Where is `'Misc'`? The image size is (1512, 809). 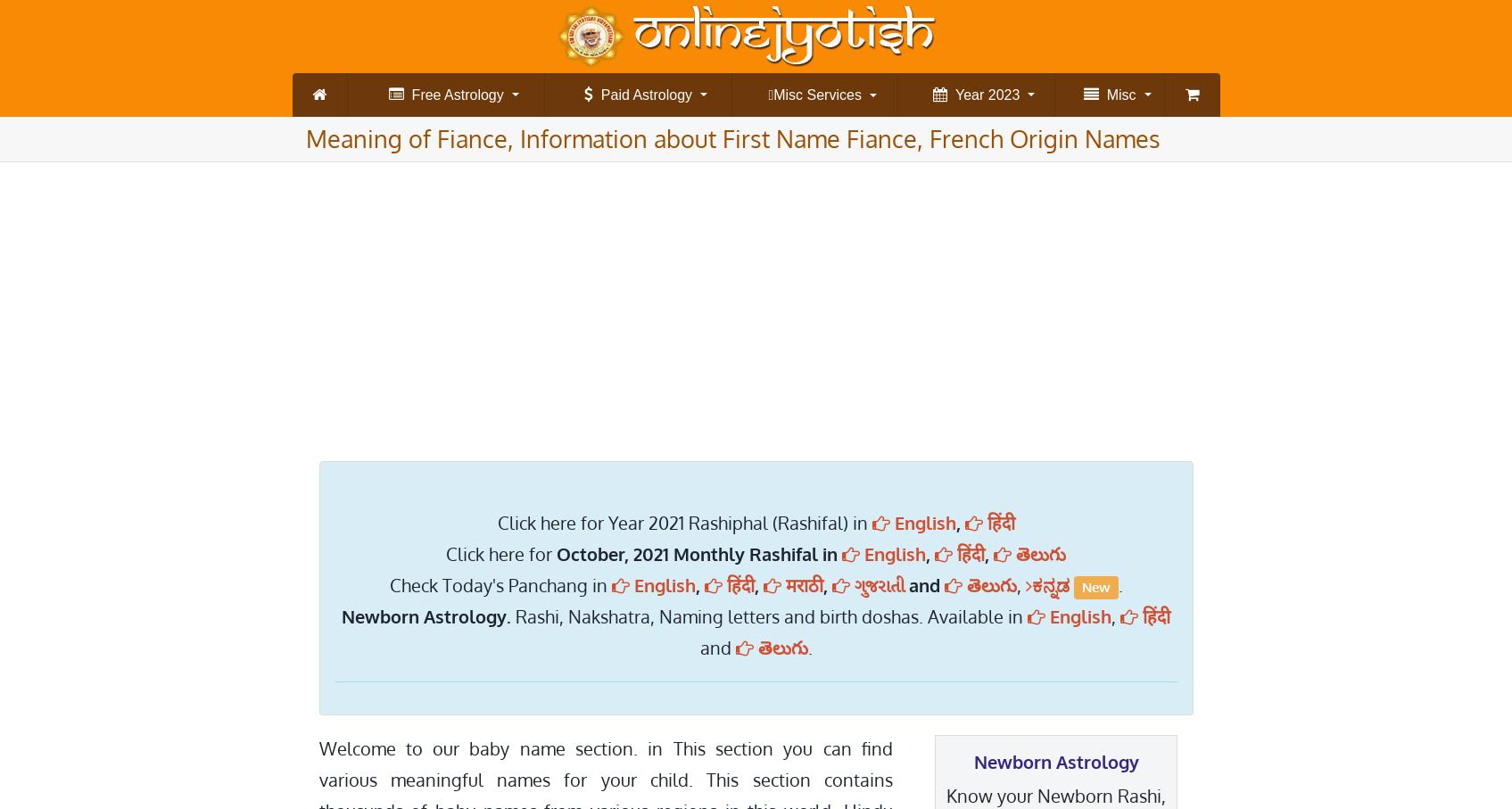 'Misc' is located at coordinates (1115, 94).